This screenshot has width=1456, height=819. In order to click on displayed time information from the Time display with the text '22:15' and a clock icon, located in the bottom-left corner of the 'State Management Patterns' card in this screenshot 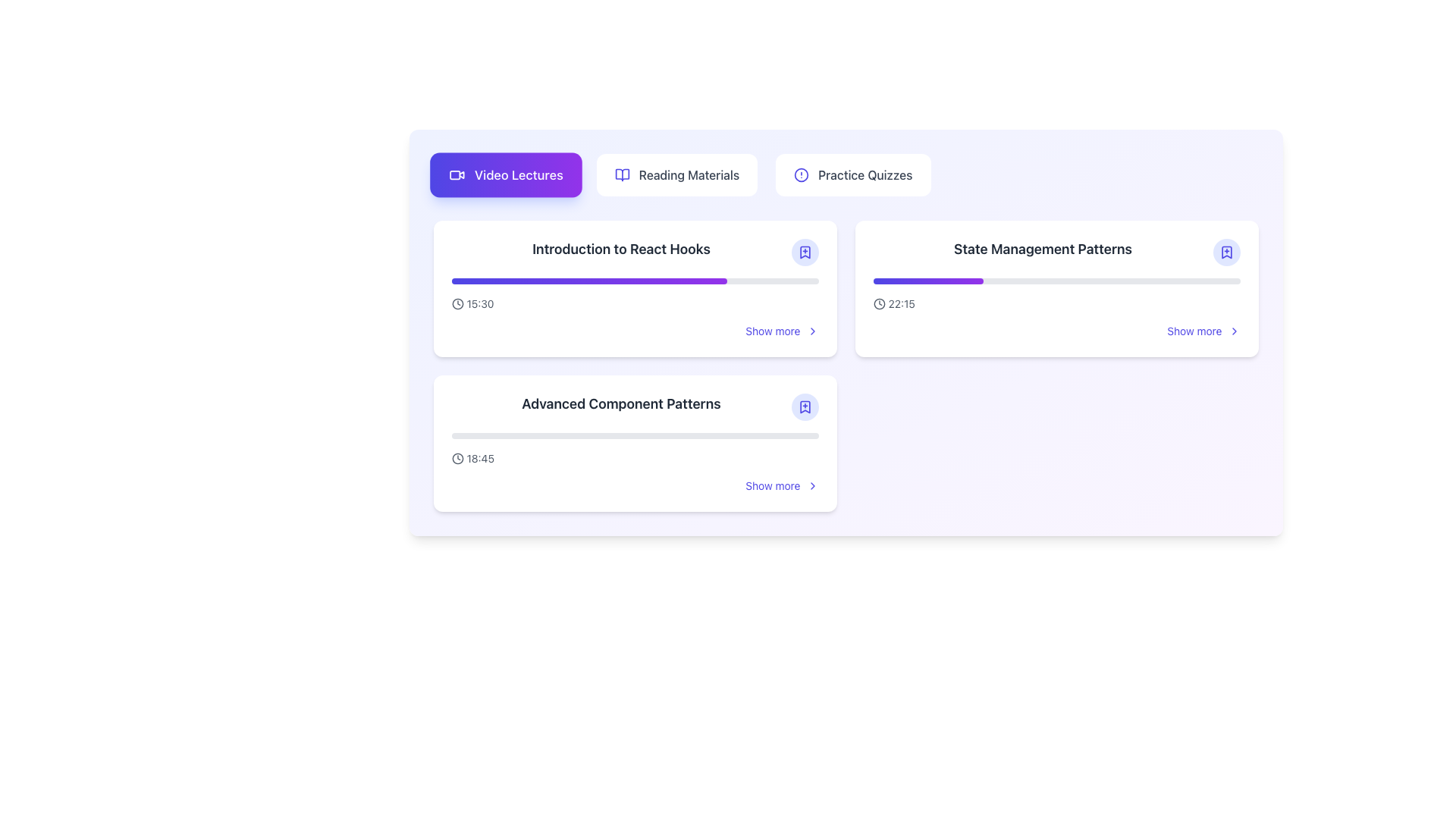, I will do `click(894, 304)`.